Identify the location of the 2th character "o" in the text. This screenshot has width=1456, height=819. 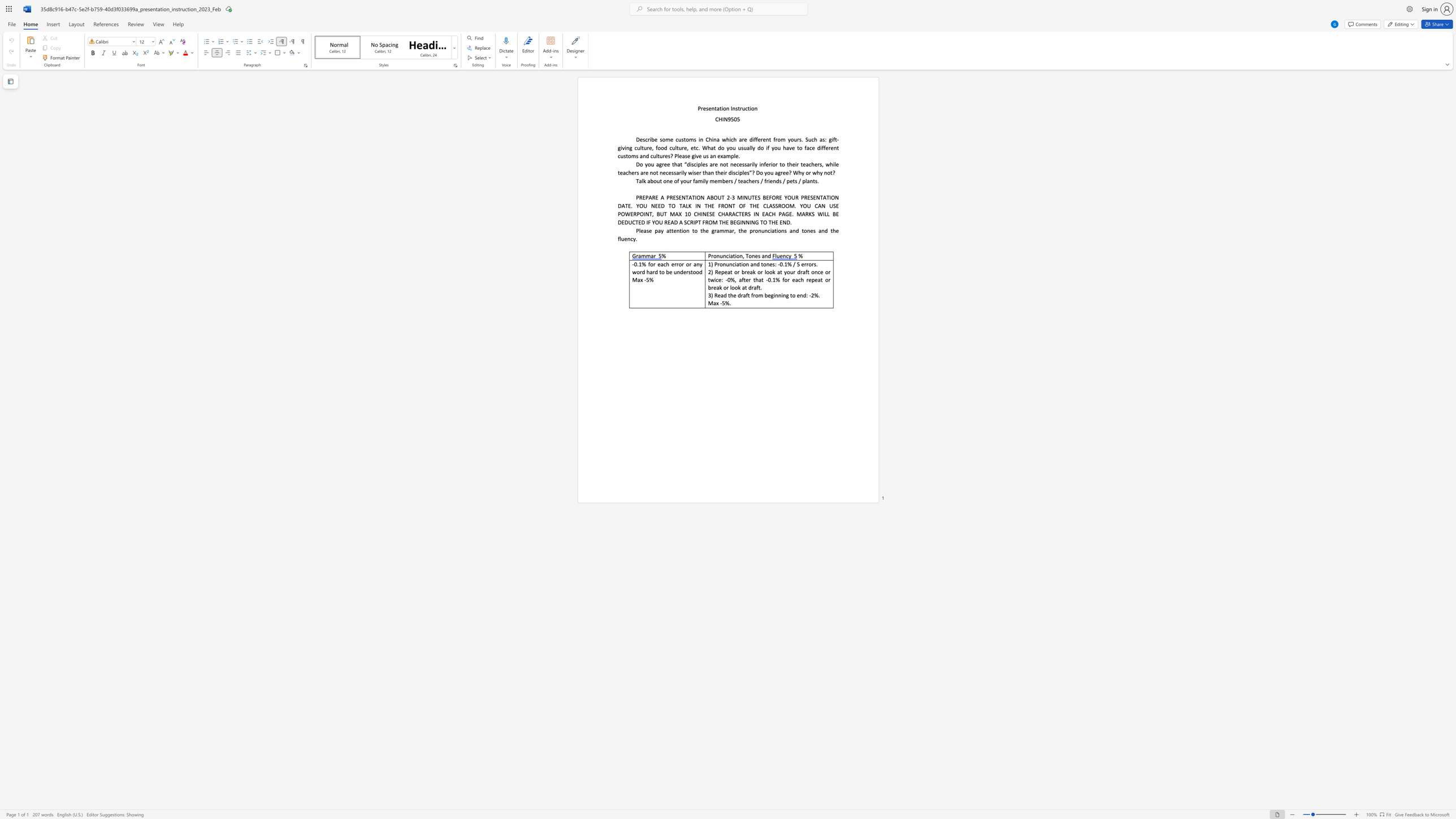
(687, 139).